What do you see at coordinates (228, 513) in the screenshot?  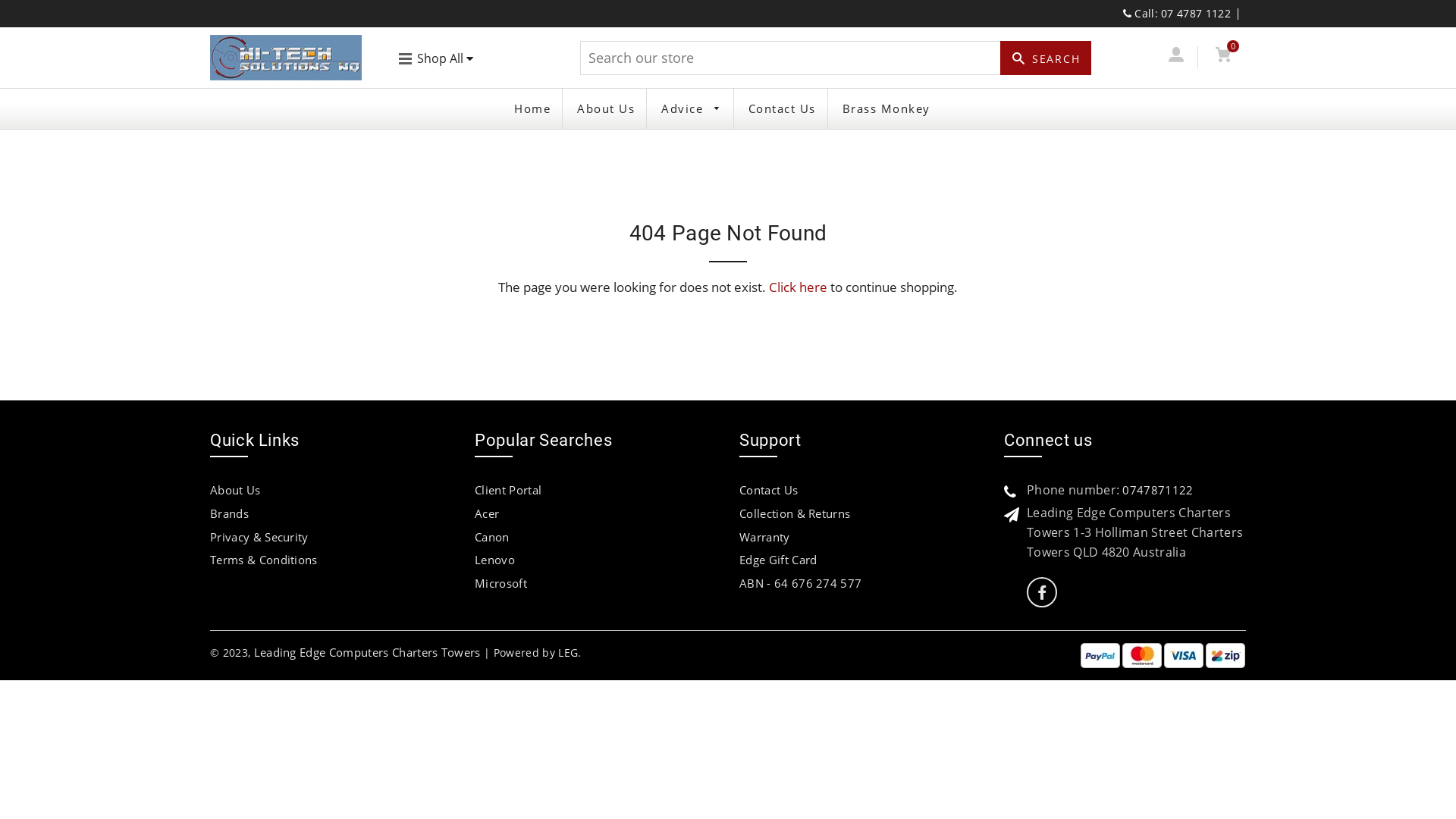 I see `'Brands'` at bounding box center [228, 513].